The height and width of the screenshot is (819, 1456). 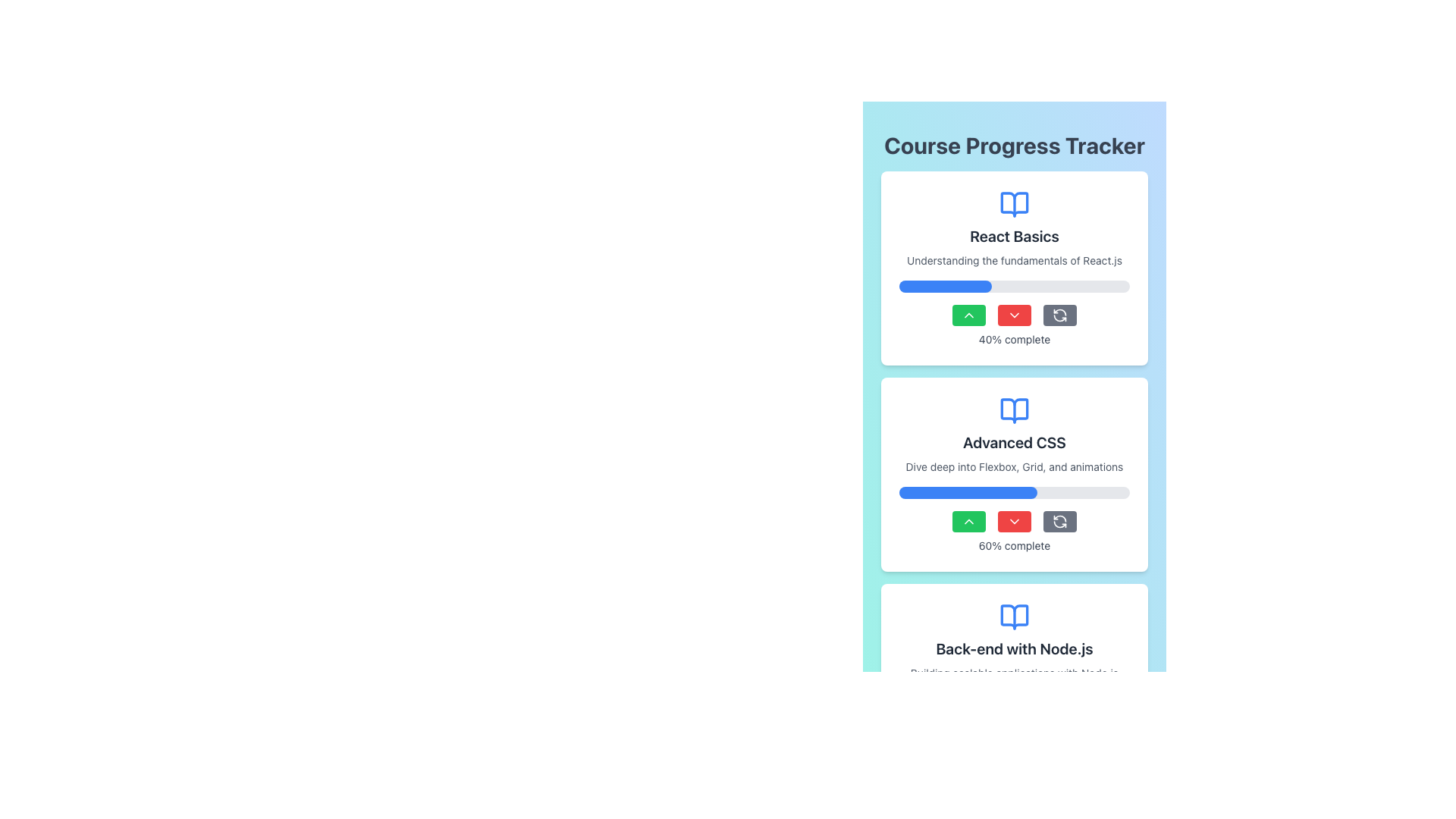 I want to click on the Progress indicator (progress bar) that shows 60% completion within the 'Advanced CSS' course card, located below the course description and above the control buttons, so click(x=1015, y=493).